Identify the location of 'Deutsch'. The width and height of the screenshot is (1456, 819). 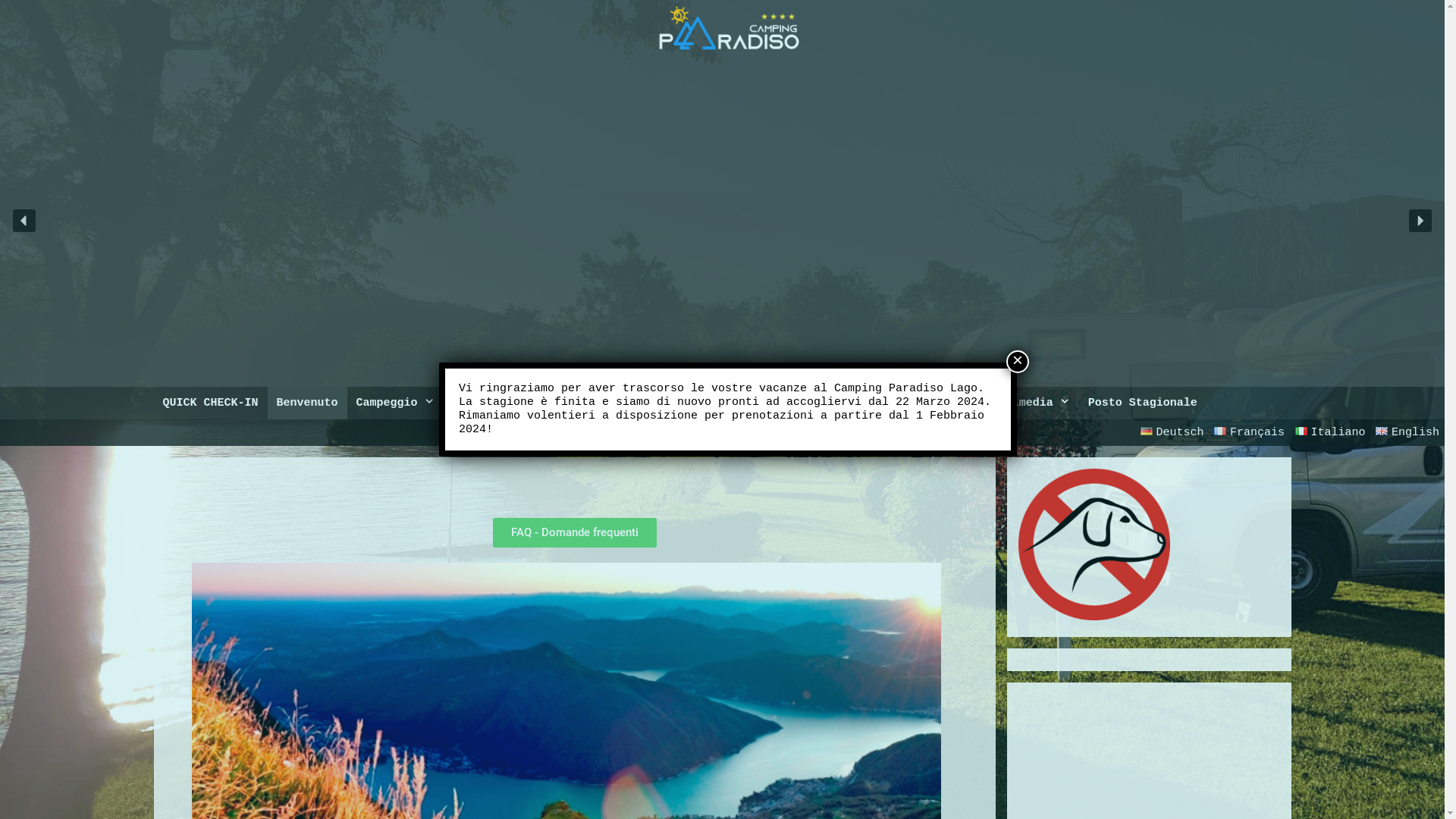
(1135, 432).